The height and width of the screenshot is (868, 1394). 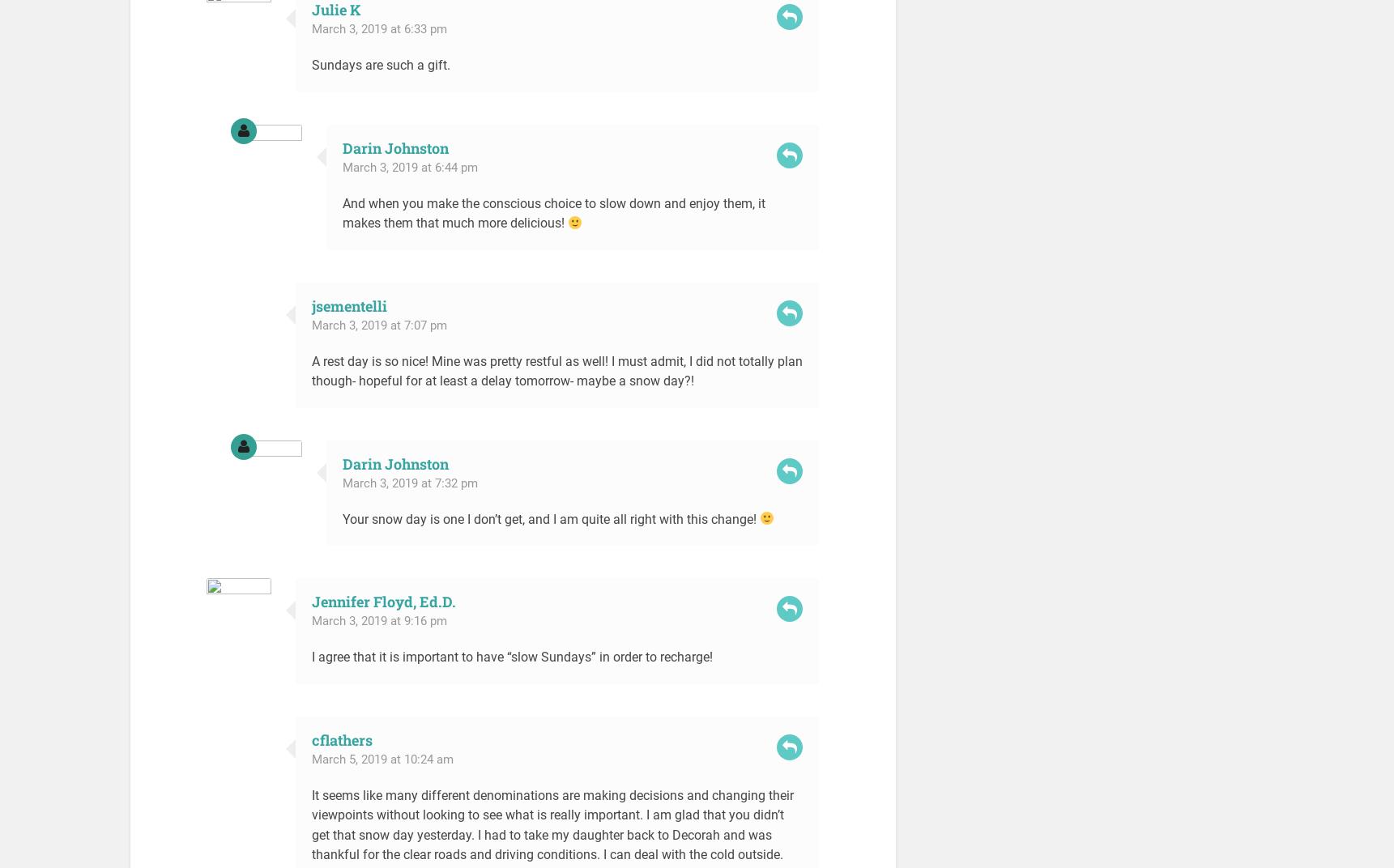 What do you see at coordinates (379, 325) in the screenshot?
I see `'March 3, 2019 at 7:07 pm'` at bounding box center [379, 325].